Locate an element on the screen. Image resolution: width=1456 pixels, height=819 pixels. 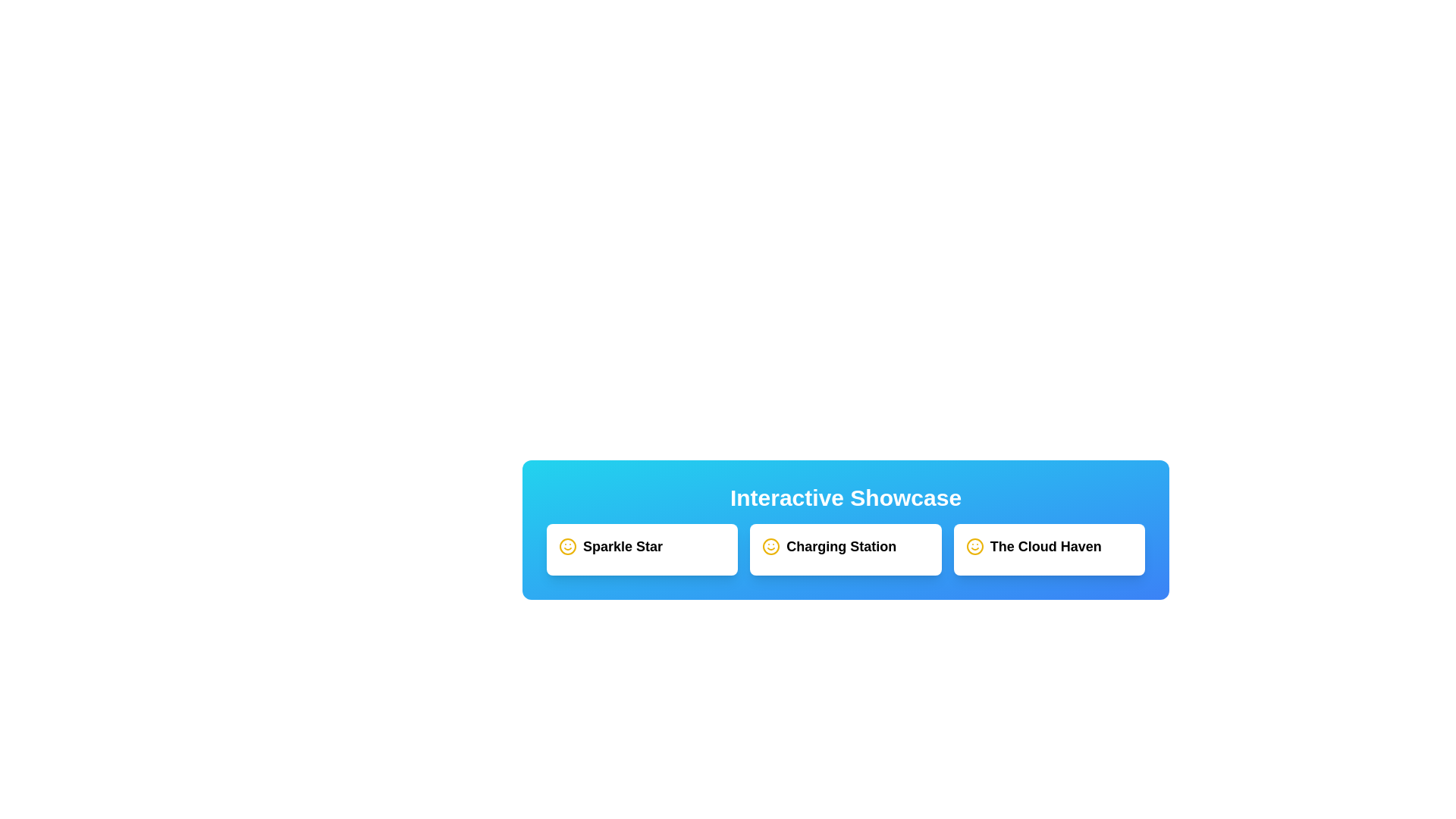
the smiley face icon inside the button labeled 'Sparkle Star', which is positioned at the left-most side of the button group is located at coordinates (566, 547).